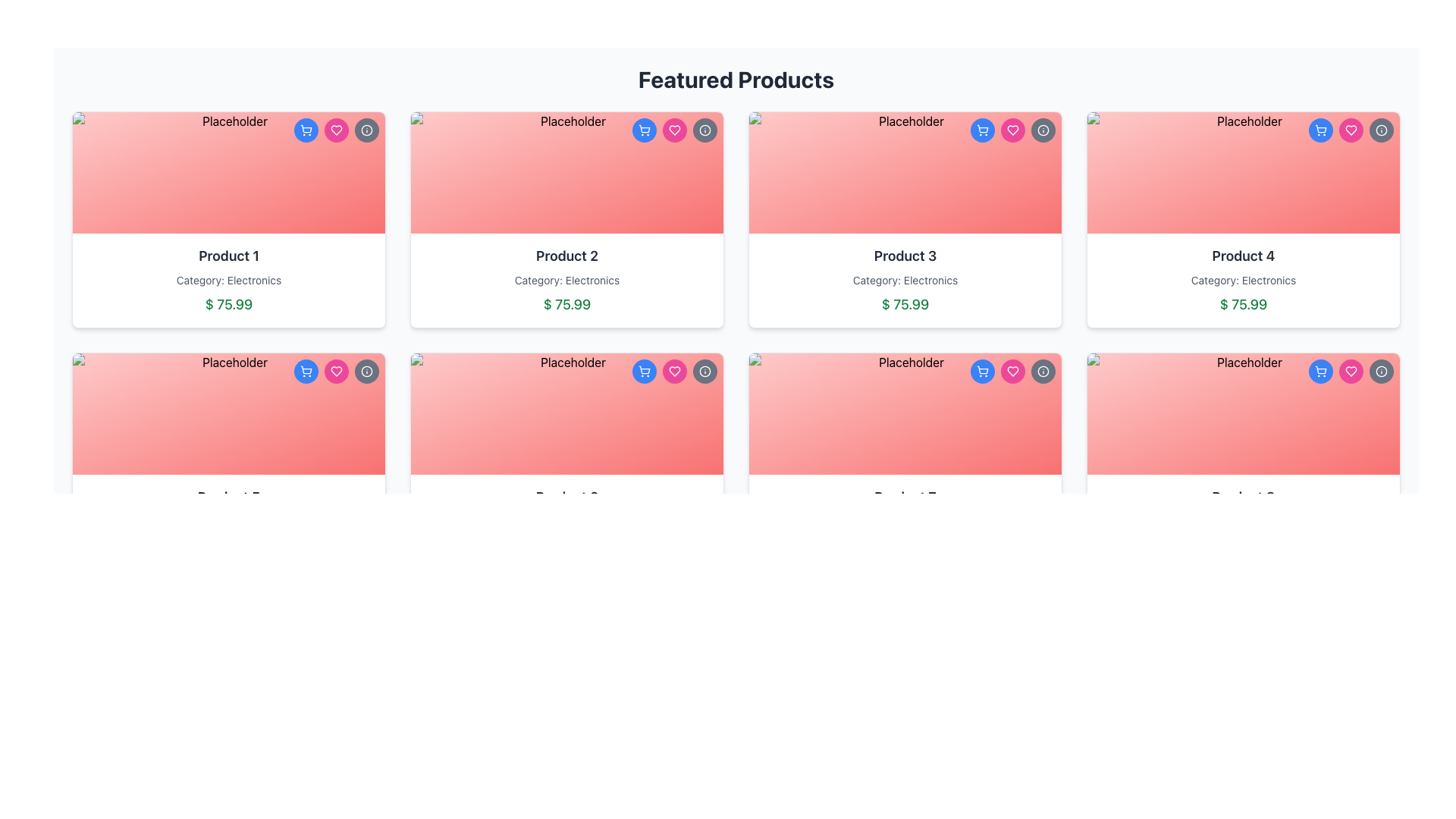 The height and width of the screenshot is (819, 1456). I want to click on the 'Favorite' icon button, which is the third button from the left in the top-right control group of action buttons on the second product card in the grid layout, so click(673, 130).